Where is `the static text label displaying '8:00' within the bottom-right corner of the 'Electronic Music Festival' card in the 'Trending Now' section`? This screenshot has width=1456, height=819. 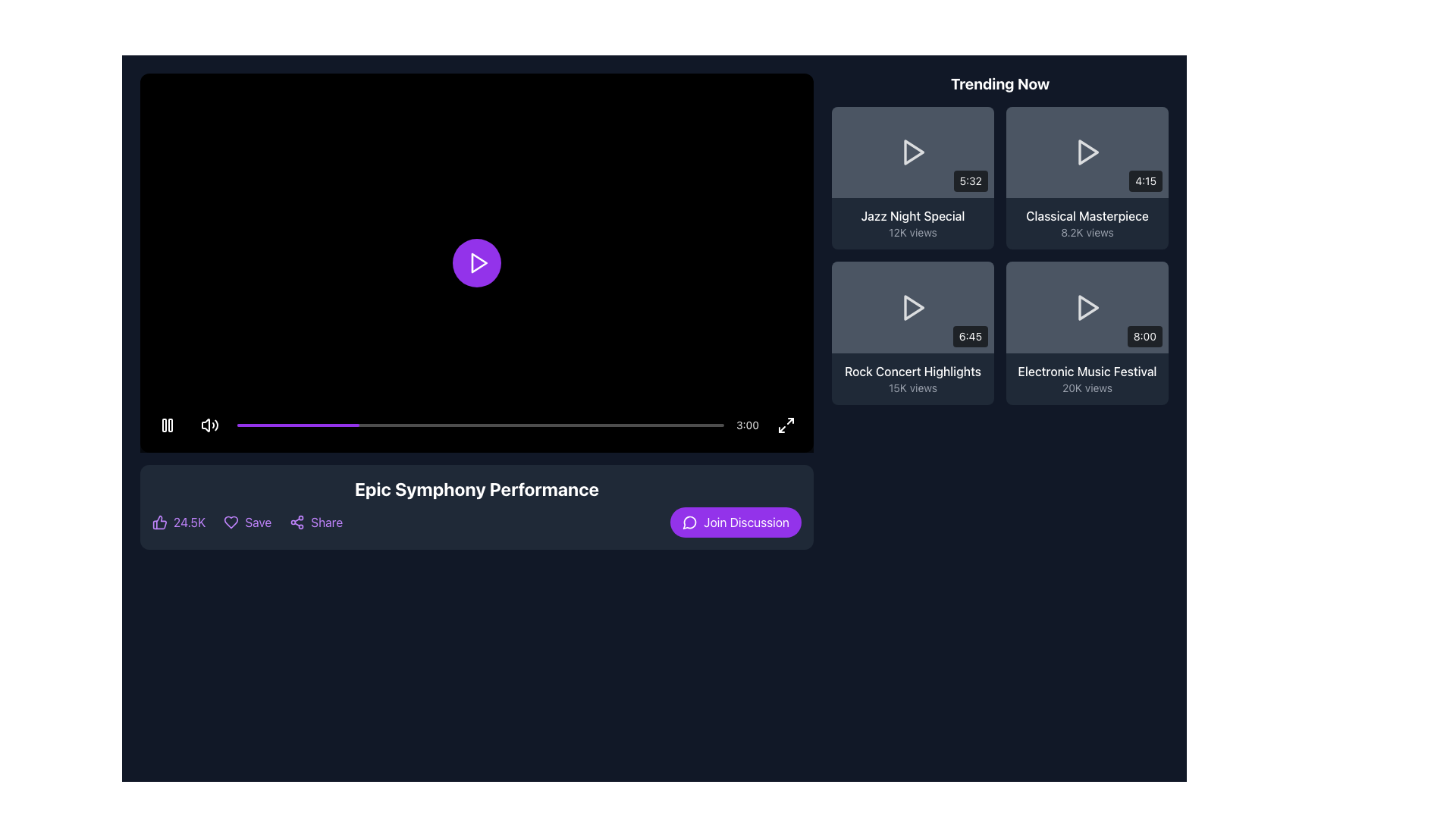
the static text label displaying '8:00' within the bottom-right corner of the 'Electronic Music Festival' card in the 'Trending Now' section is located at coordinates (1144, 335).